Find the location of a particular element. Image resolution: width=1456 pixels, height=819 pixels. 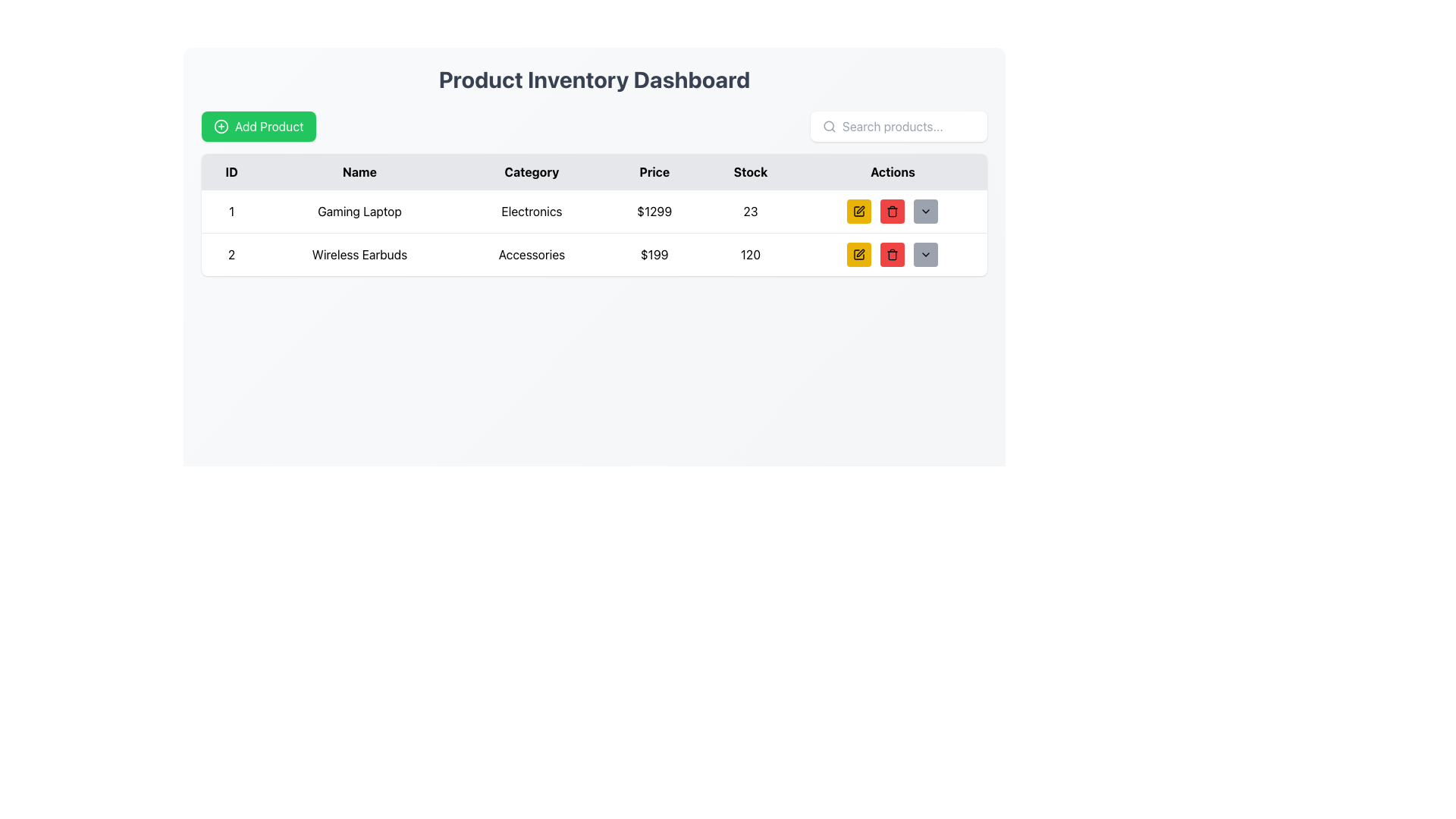

the descriptive text label for the product in the inventory list located in the first row under the 'Name' column, centered between '1' and 'Electronics' is located at coordinates (359, 212).